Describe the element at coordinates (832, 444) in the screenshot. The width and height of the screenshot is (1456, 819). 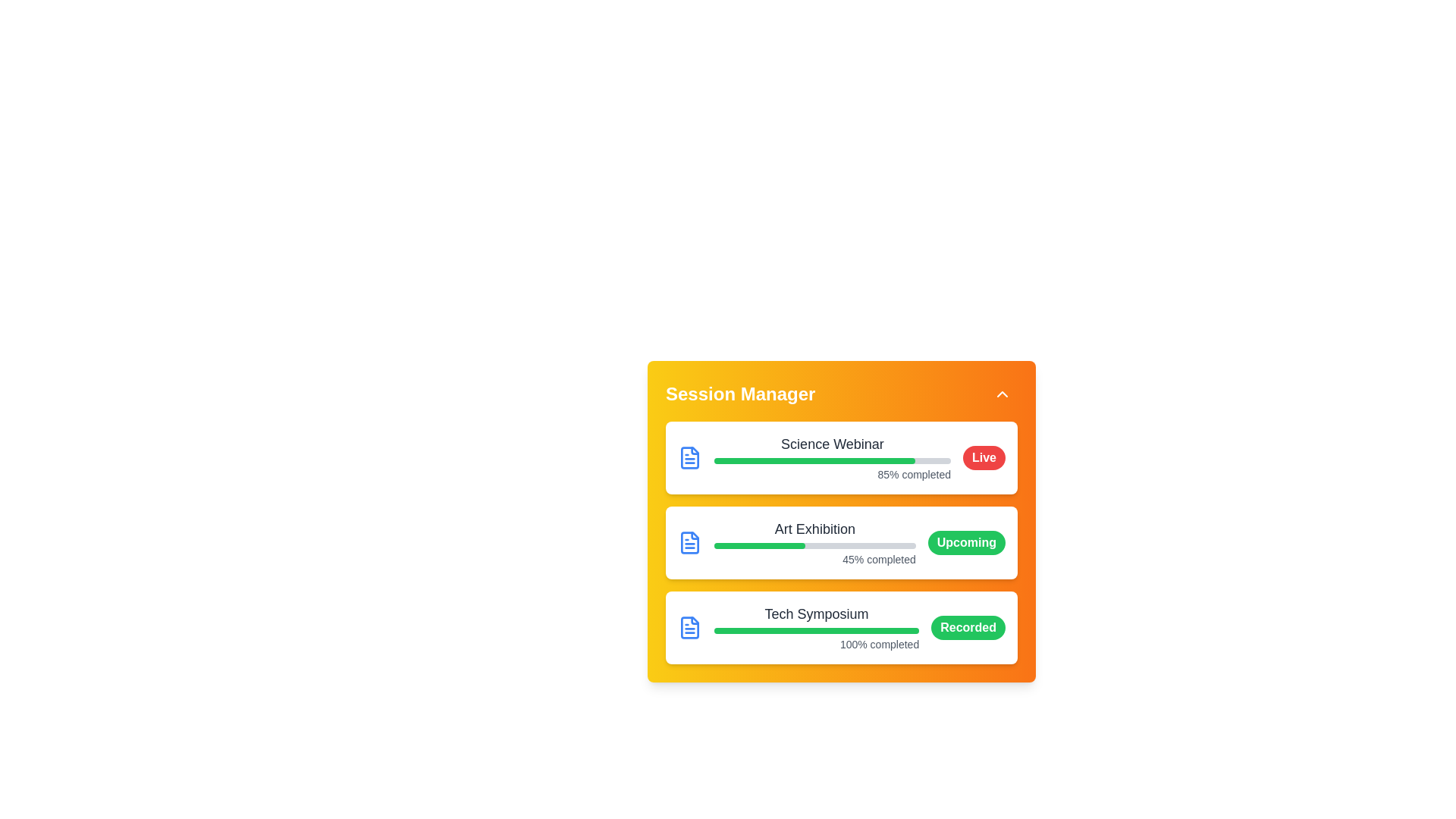
I see `the session` at that location.